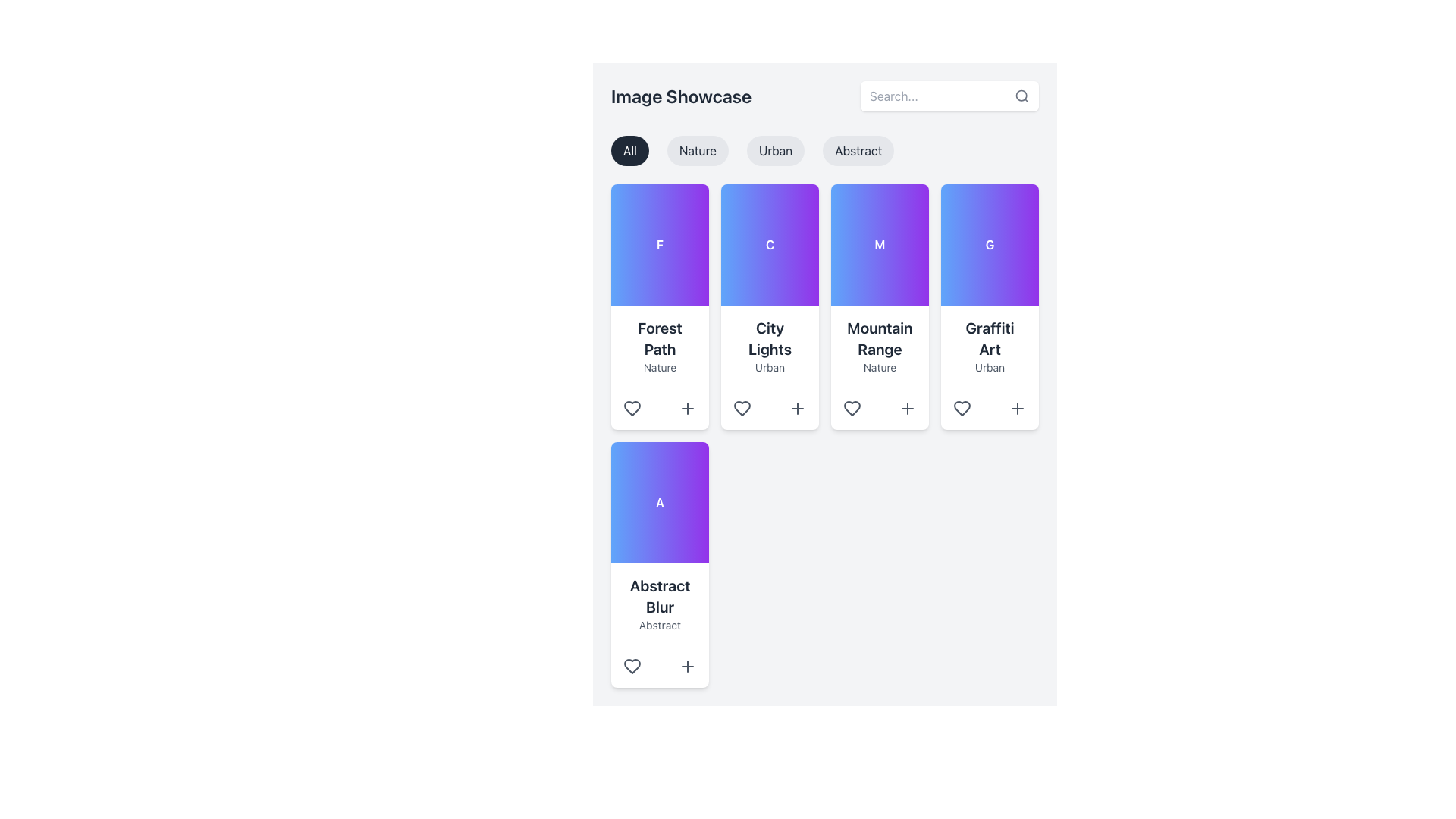 The height and width of the screenshot is (819, 1456). I want to click on the heart icon button located at the bottom-left corner of the 'Abstract Blur' card to mark it as a favorite, so click(632, 666).